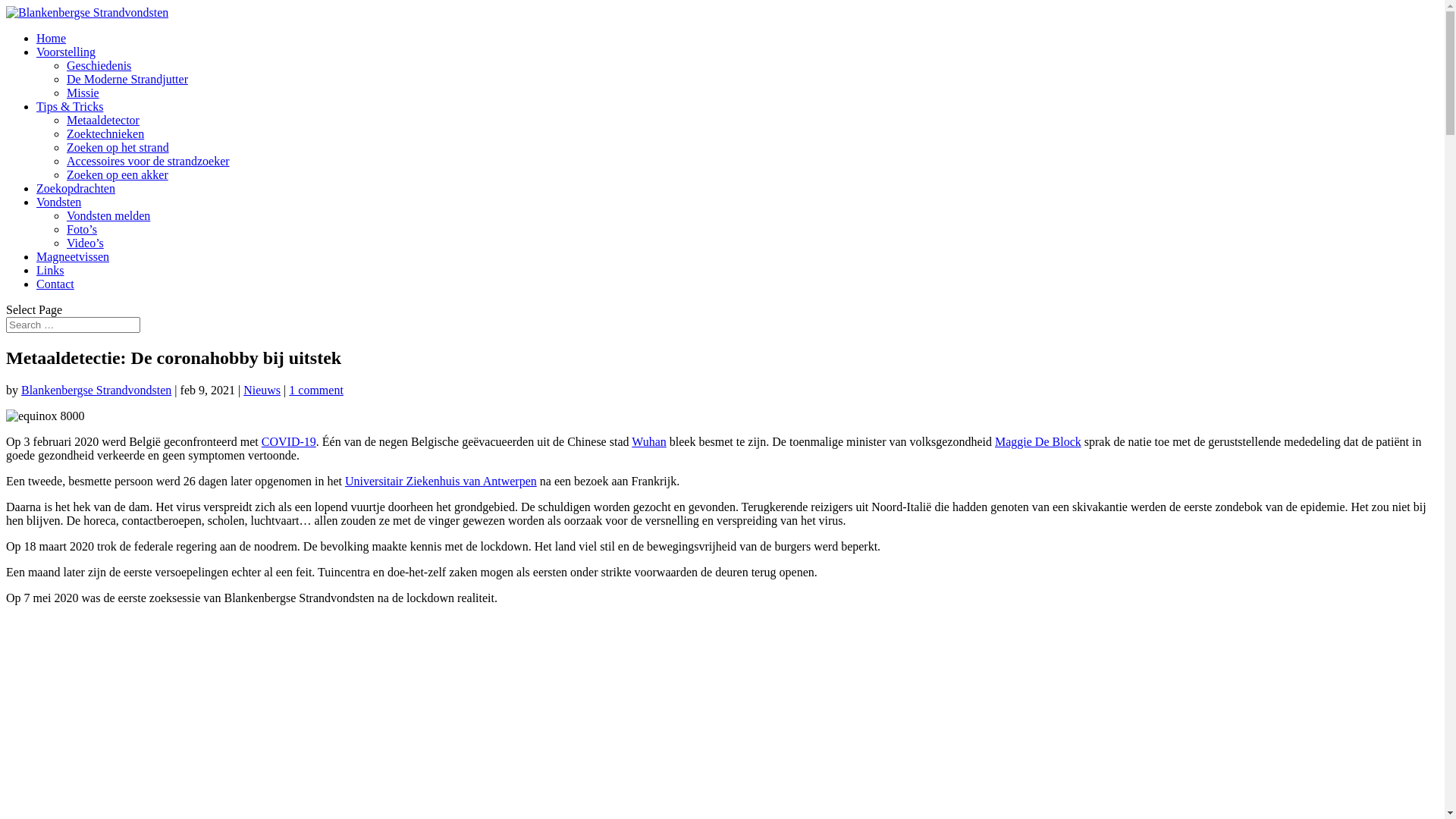  What do you see at coordinates (105, 133) in the screenshot?
I see `'Zoektechnieken'` at bounding box center [105, 133].